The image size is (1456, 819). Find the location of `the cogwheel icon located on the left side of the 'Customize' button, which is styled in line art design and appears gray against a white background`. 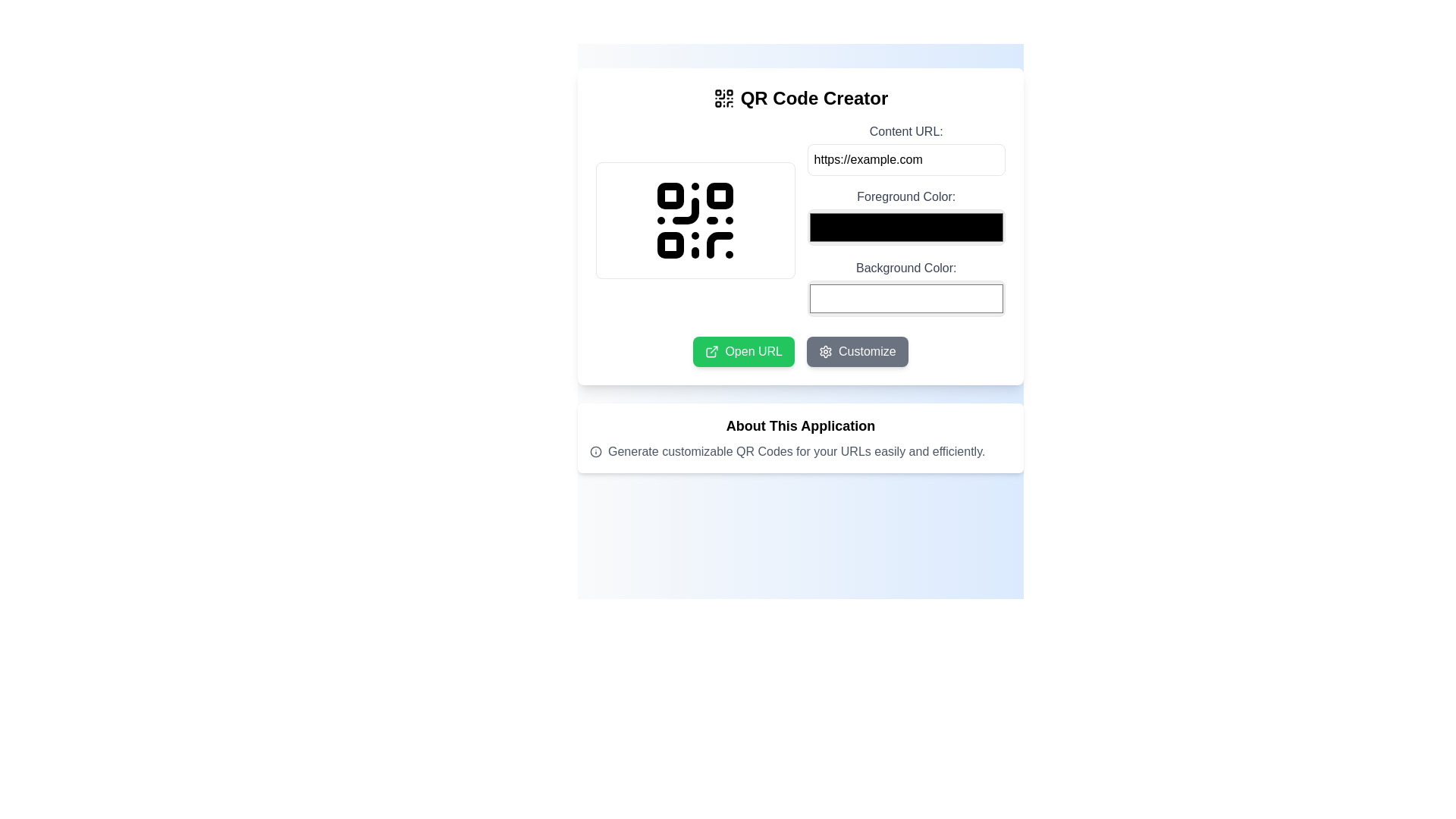

the cogwheel icon located on the left side of the 'Customize' button, which is styled in line art design and appears gray against a white background is located at coordinates (825, 351).